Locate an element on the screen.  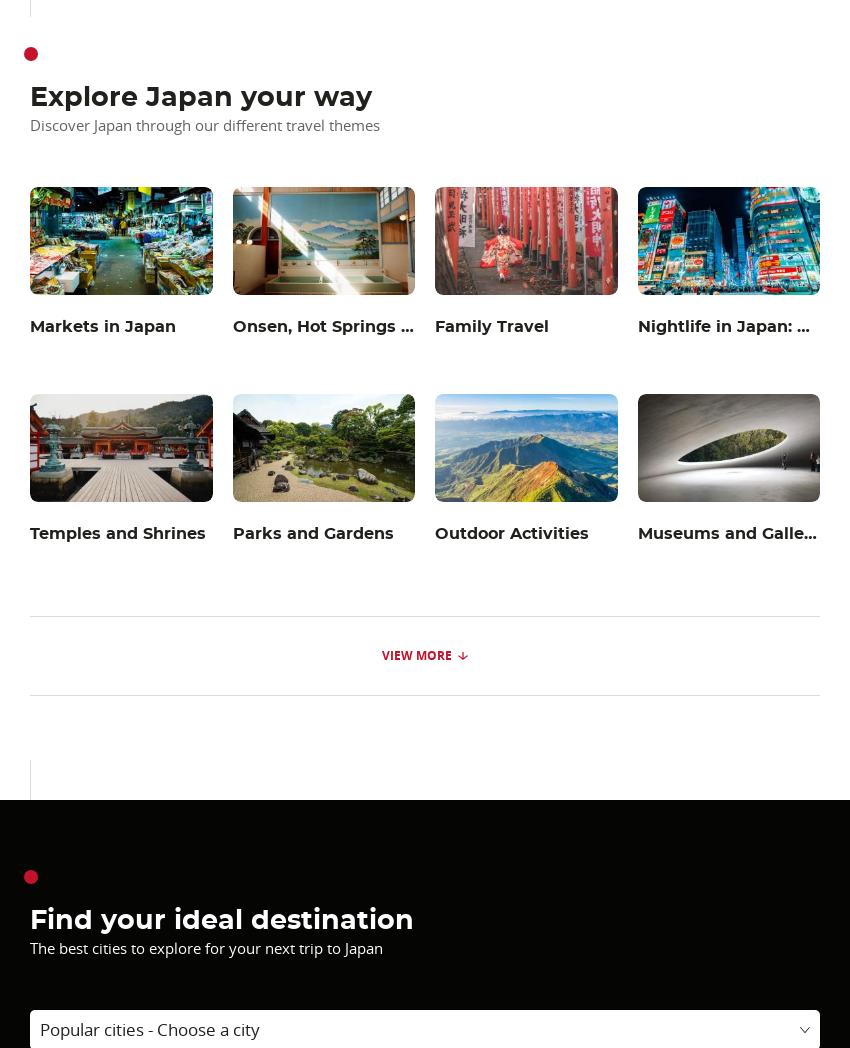
'The best cities to explore for your next trip to Japan' is located at coordinates (205, 947).